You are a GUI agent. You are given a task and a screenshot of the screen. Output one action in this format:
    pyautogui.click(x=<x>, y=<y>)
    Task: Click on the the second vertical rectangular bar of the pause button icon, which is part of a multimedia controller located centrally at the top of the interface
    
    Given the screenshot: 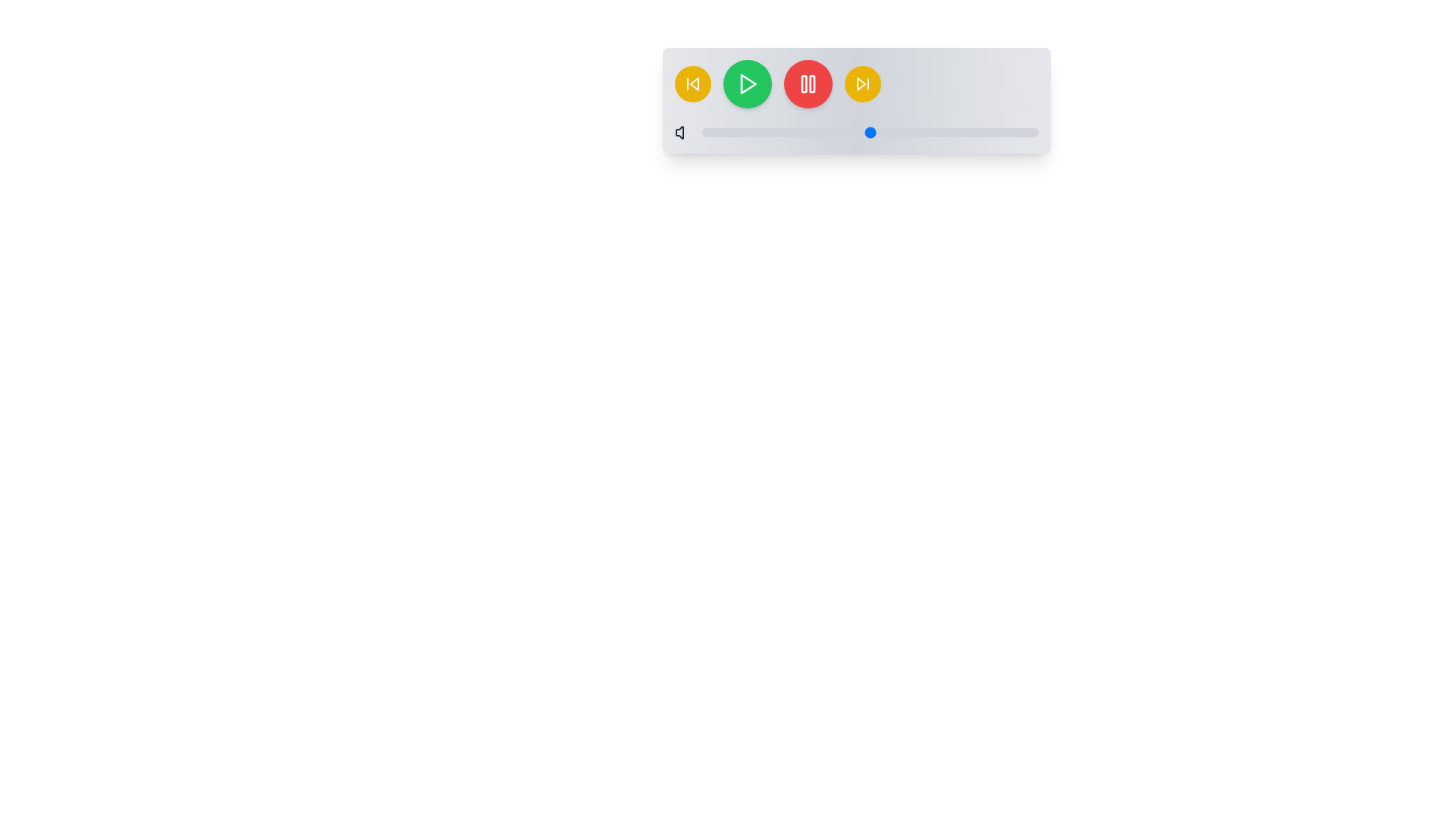 What is the action you would take?
    pyautogui.click(x=811, y=84)
    